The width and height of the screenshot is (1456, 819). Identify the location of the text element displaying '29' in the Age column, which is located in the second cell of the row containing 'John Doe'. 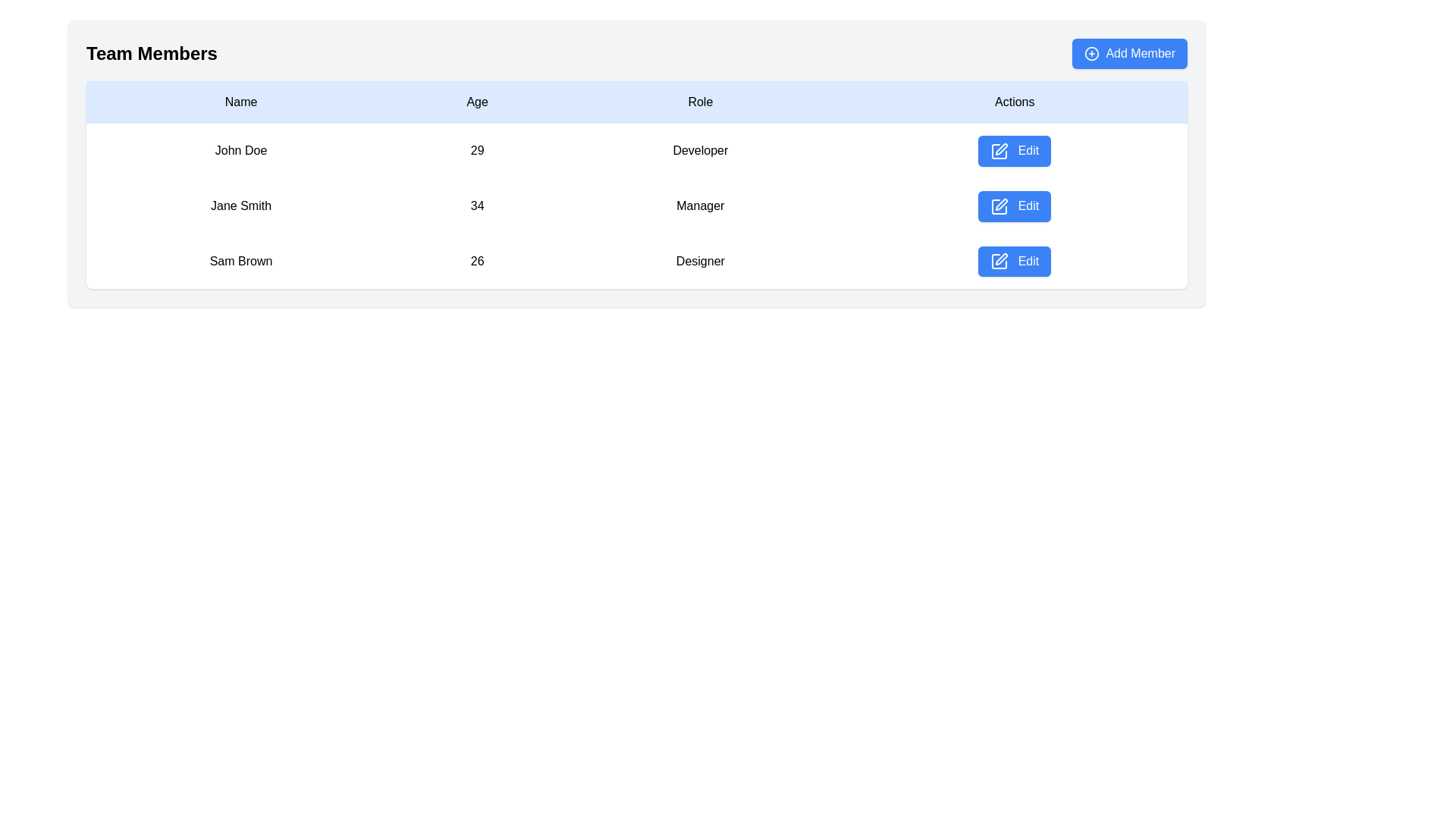
(476, 151).